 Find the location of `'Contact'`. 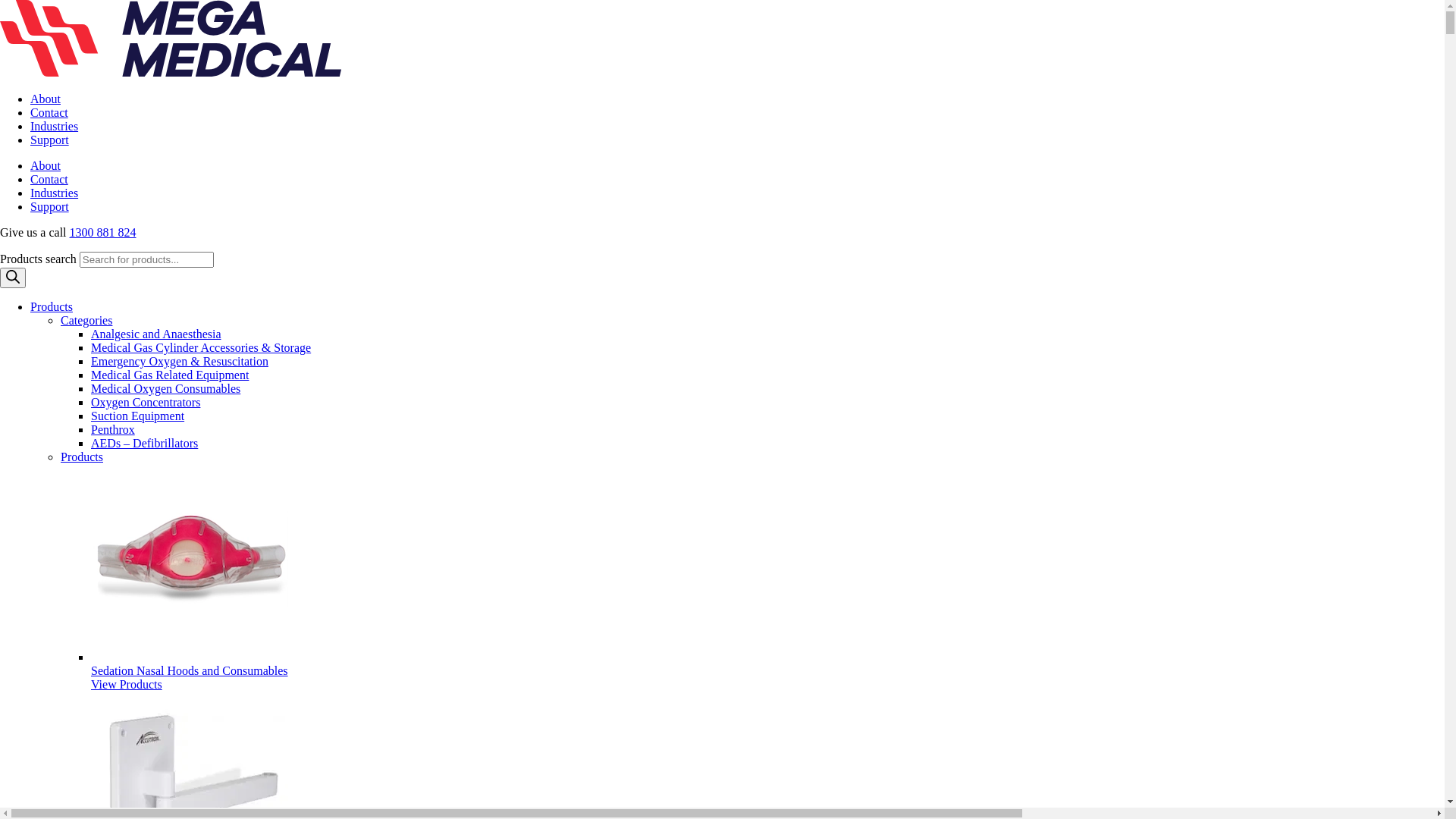

'Contact' is located at coordinates (49, 178).